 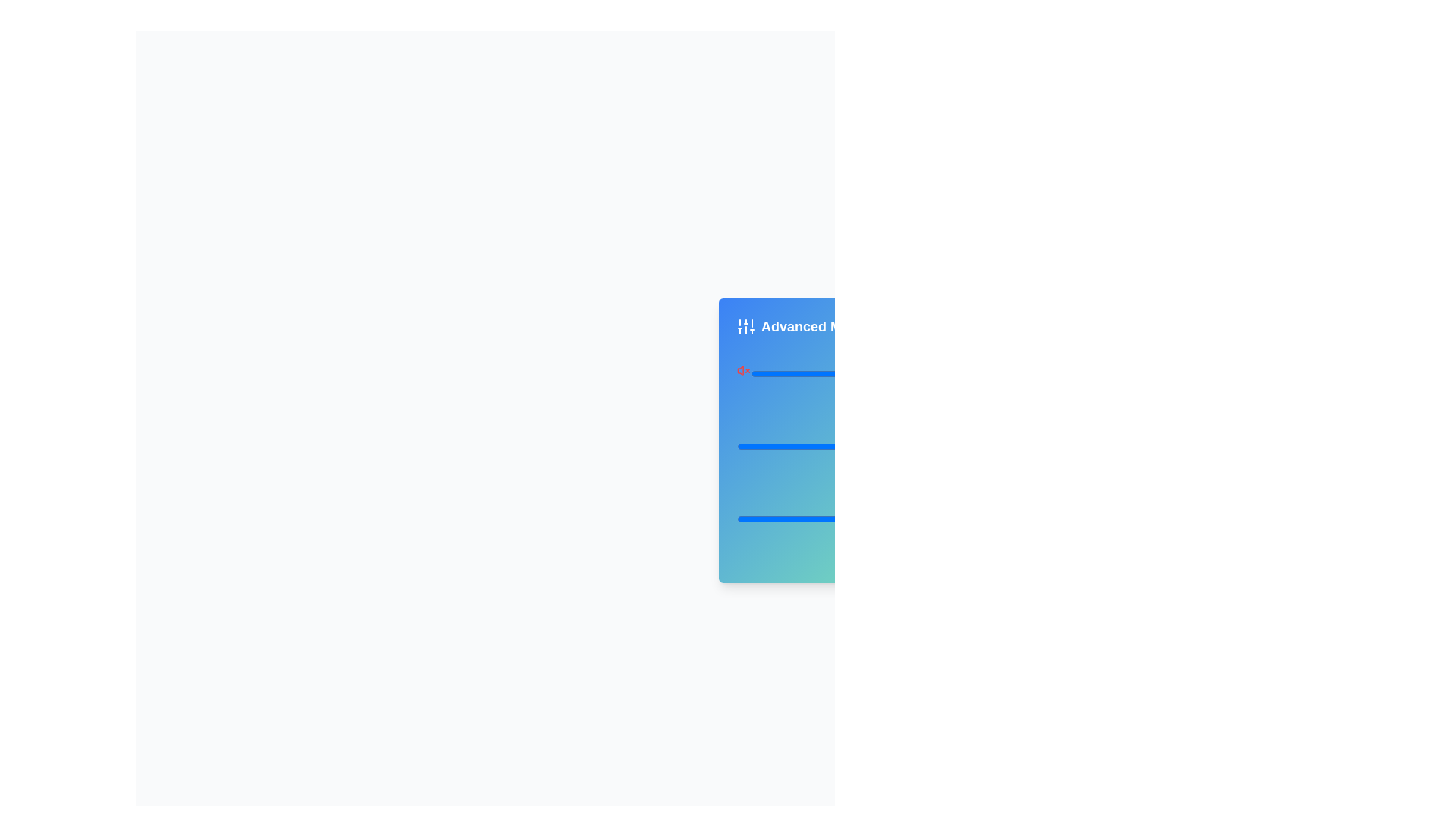 I want to click on slider value, so click(x=840, y=519).